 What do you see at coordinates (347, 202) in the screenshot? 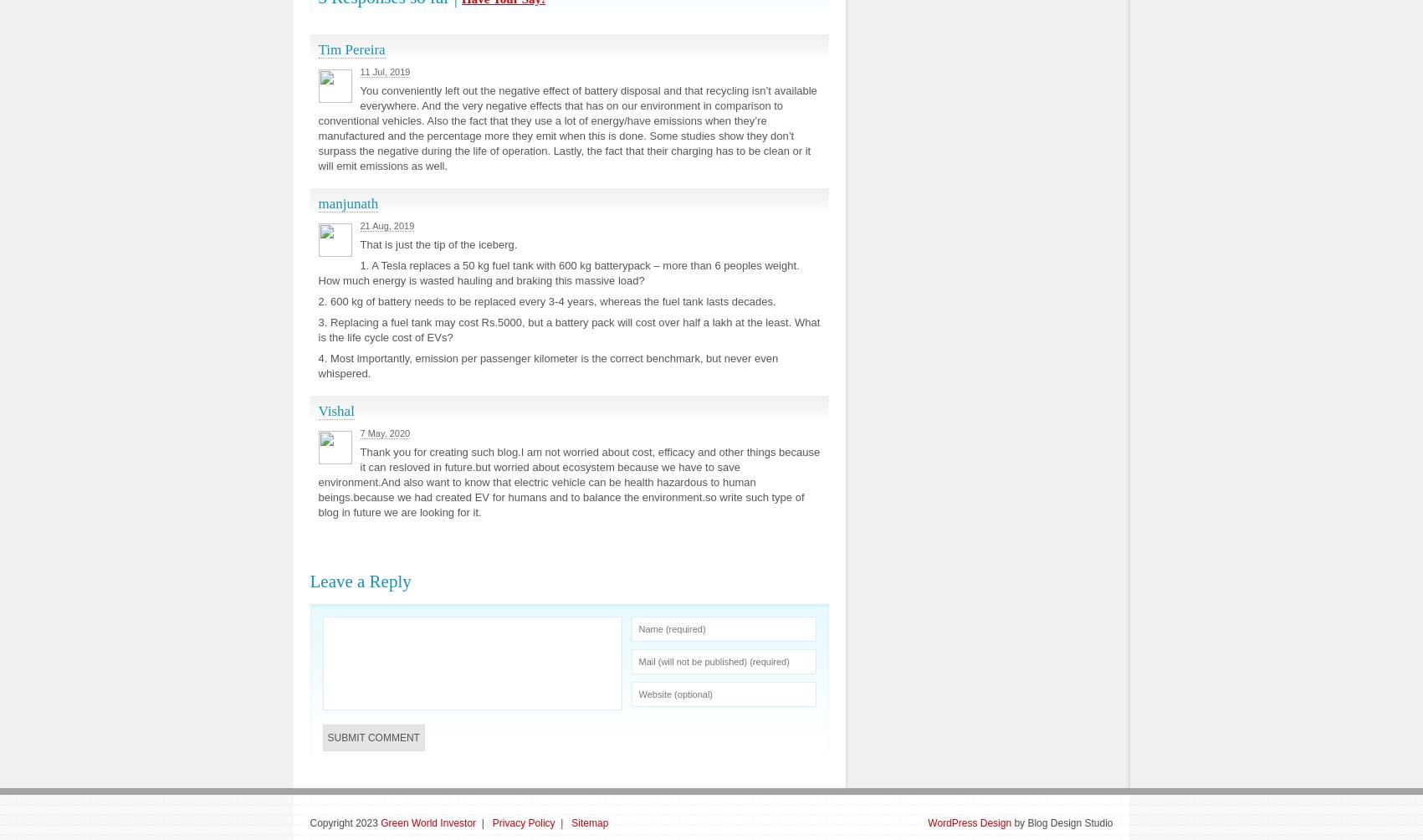
I see `'manjunath'` at bounding box center [347, 202].